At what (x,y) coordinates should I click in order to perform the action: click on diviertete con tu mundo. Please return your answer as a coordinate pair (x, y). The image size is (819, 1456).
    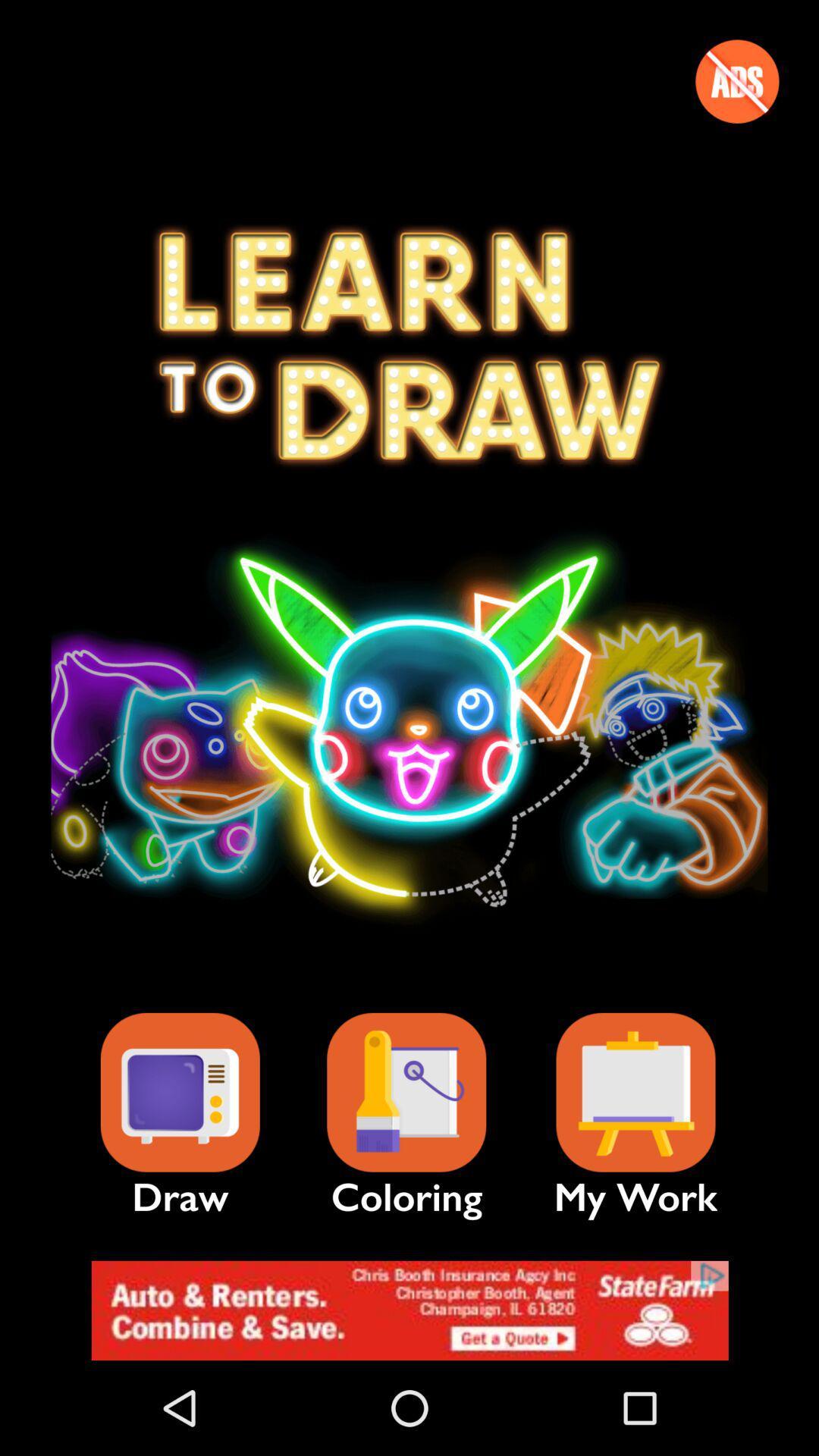
    Looking at the image, I should click on (406, 1093).